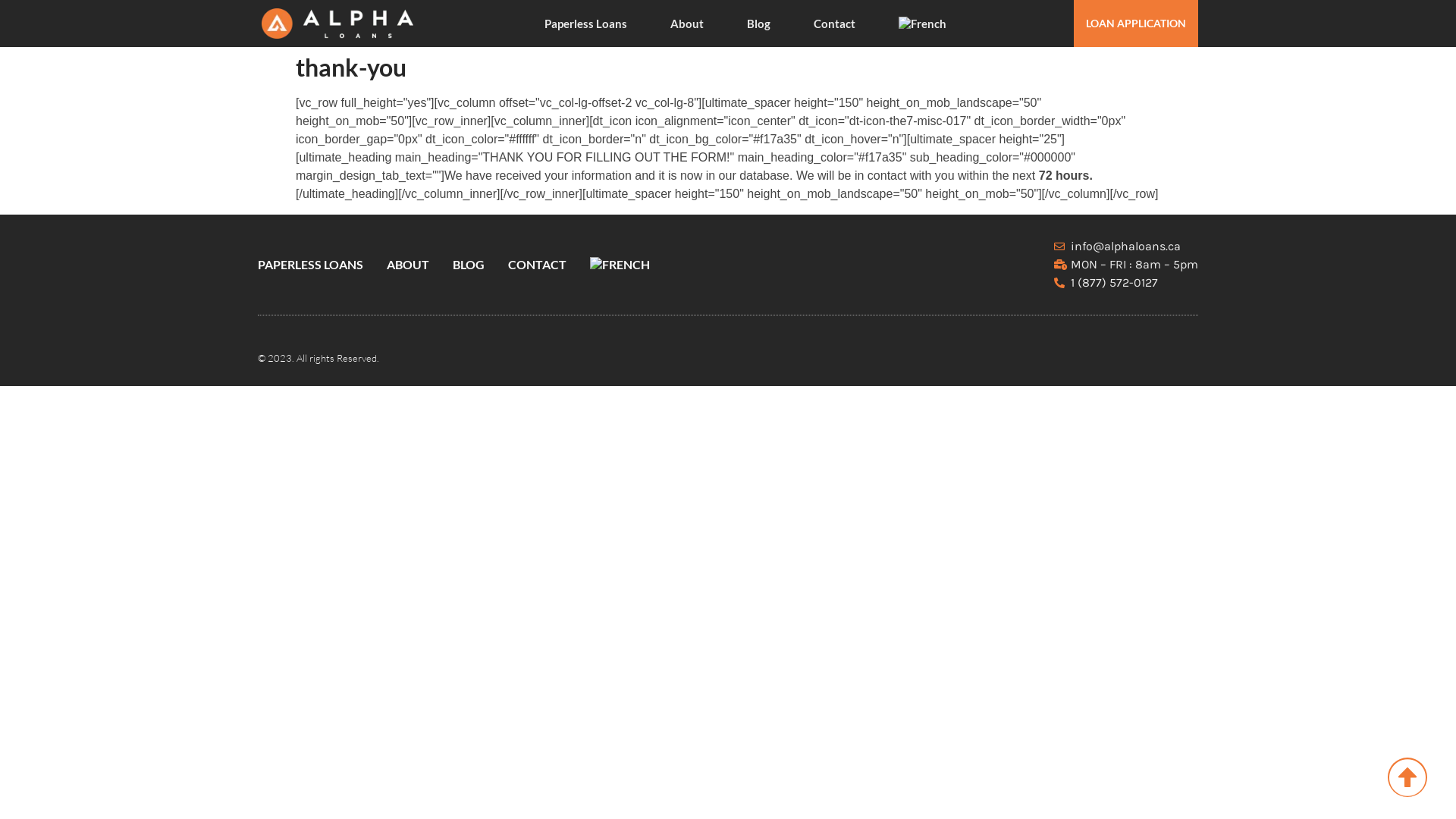  What do you see at coordinates (758, 23) in the screenshot?
I see `'Blog'` at bounding box center [758, 23].